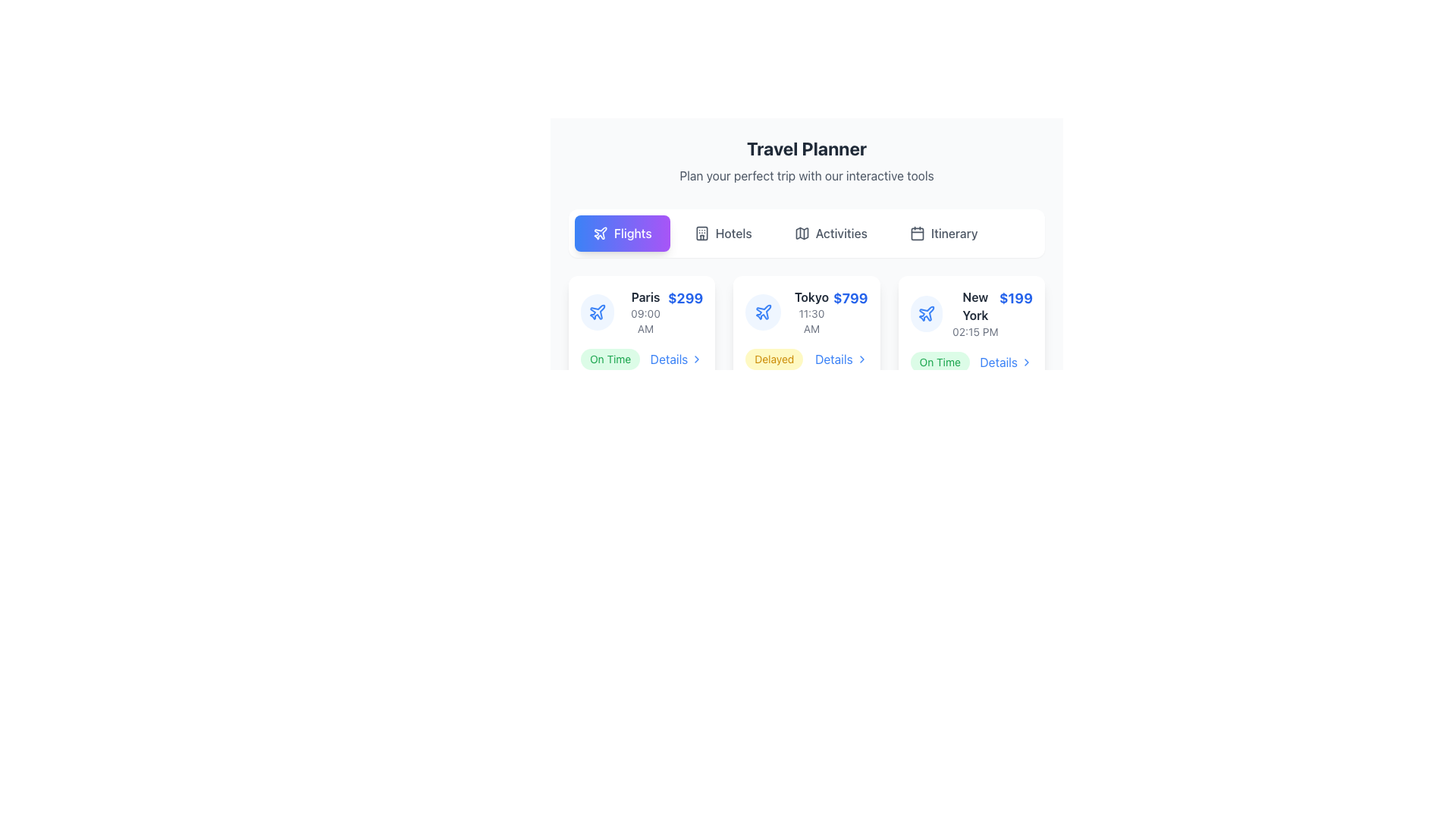 This screenshot has width=1456, height=819. I want to click on text content of the 'Flights' label, which is displayed in white on a gradient button-like component in the menu bar, so click(632, 234).